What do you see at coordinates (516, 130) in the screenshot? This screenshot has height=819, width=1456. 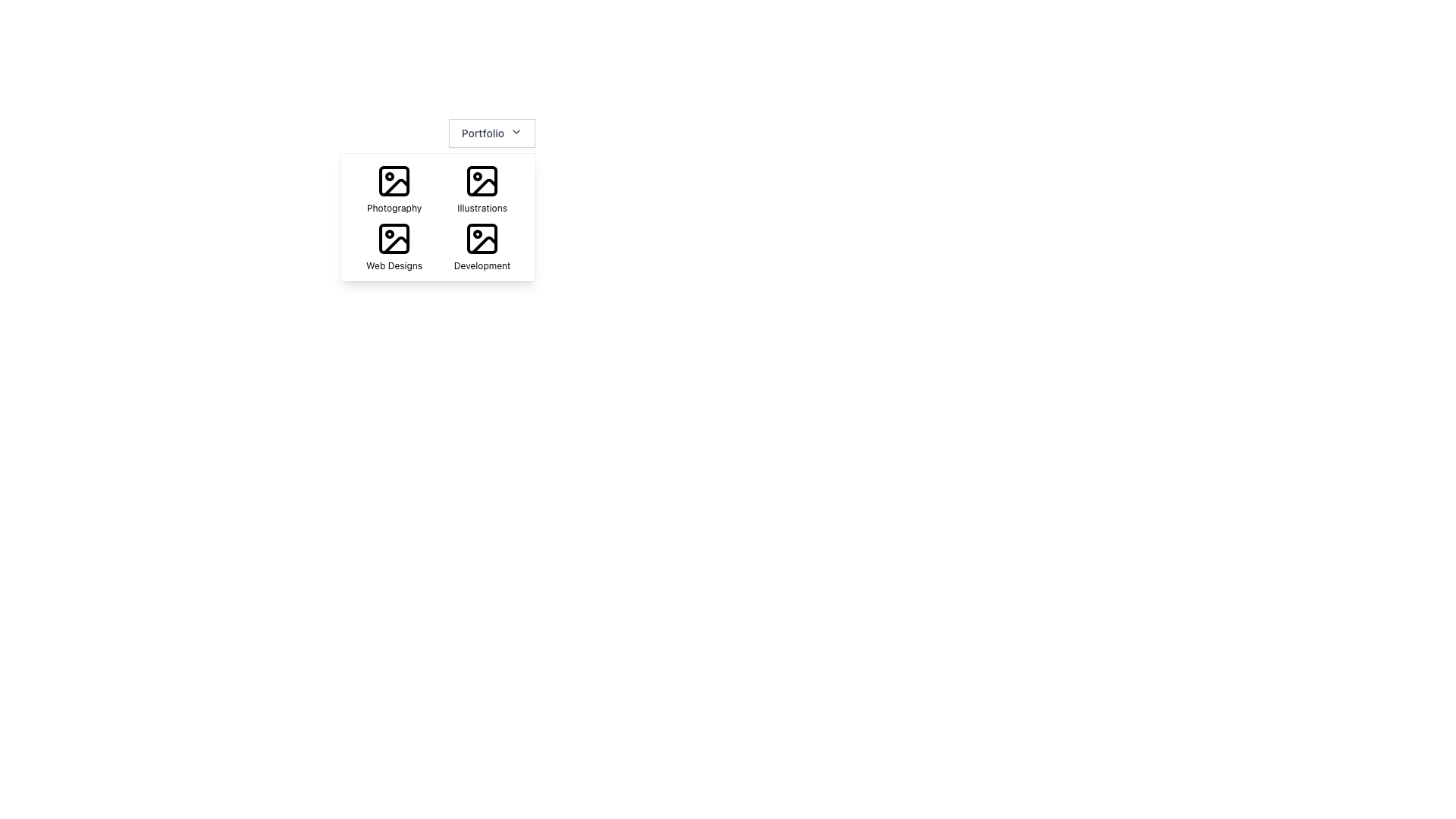 I see `the downward-pointing chevron SVG icon next to the 'Portfolio' button` at bounding box center [516, 130].